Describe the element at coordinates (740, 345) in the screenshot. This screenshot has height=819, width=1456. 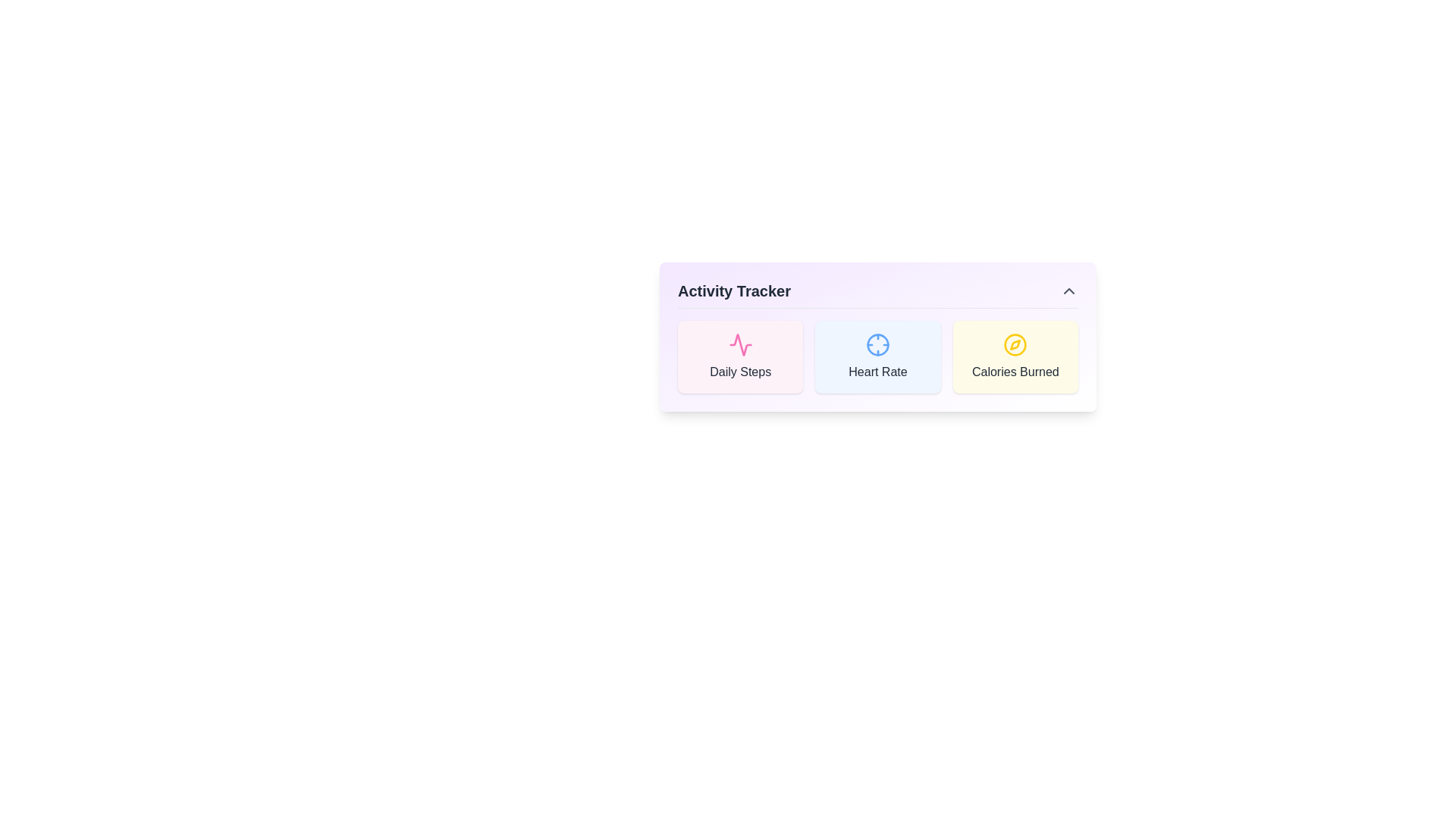
I see `the activity tracking icon located within the 'Daily Steps' card, which is the first card under the 'Activity Tracker' section` at that location.